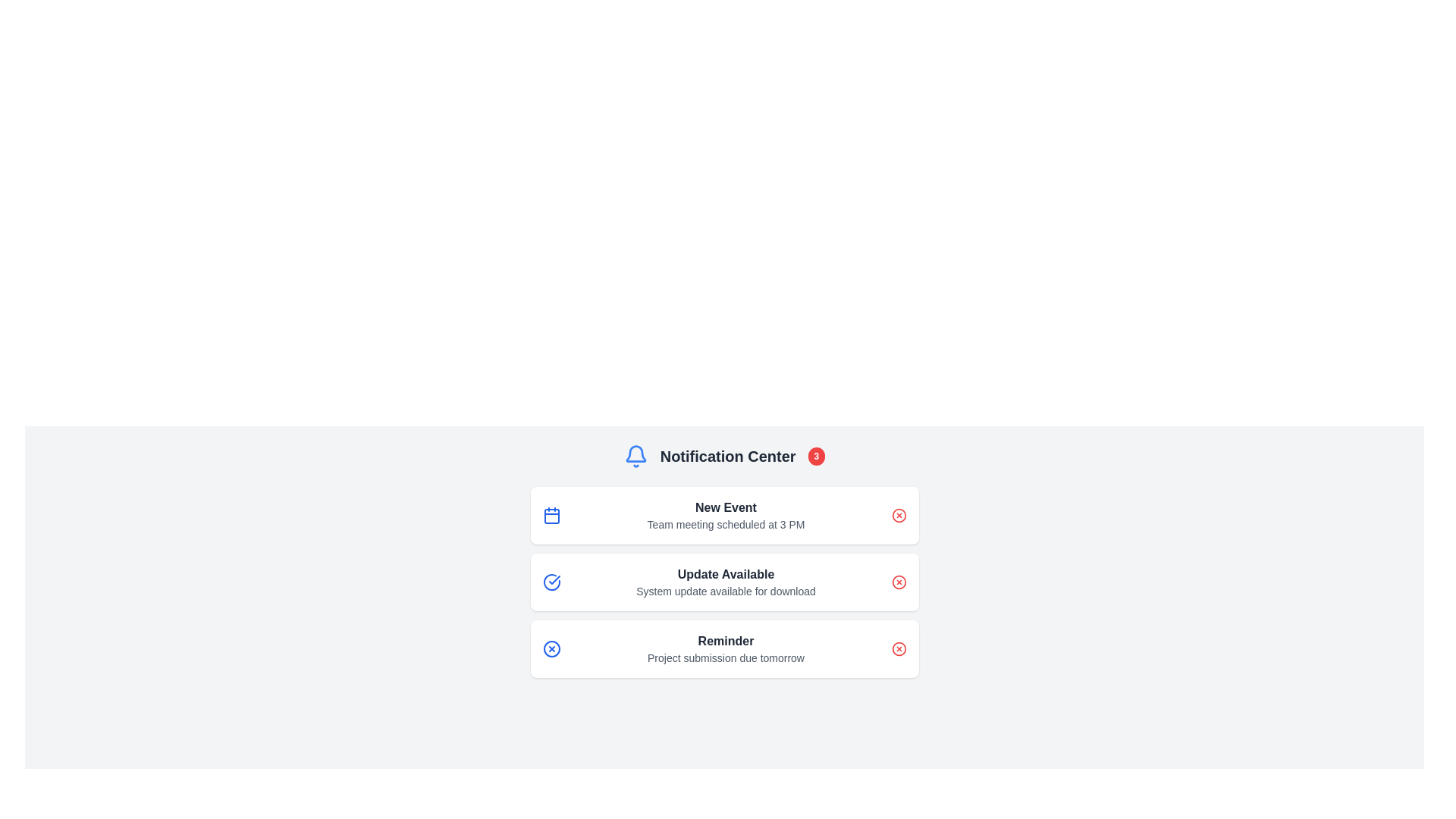 This screenshot has height=819, width=1456. What do you see at coordinates (635, 455) in the screenshot?
I see `the blue bell icon in the Notification Center section, which symbolizes notifications and is located at the leftmost side of the header, by clicking on it` at bounding box center [635, 455].